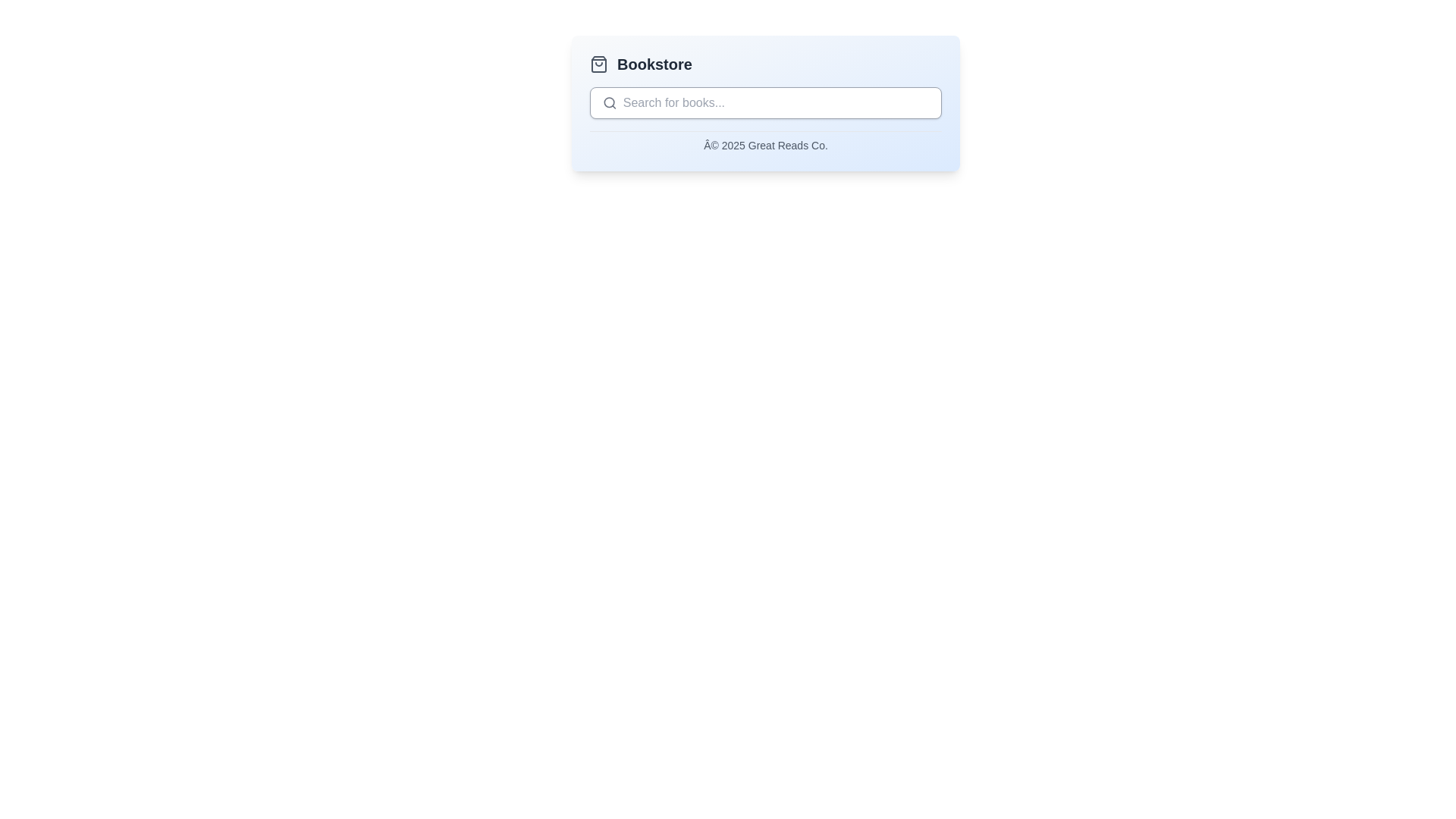 Image resolution: width=1456 pixels, height=819 pixels. Describe the element at coordinates (598, 63) in the screenshot. I see `the shopping bag icon located to the left of the text 'Bookstore' in the upper left portion of the interface` at that location.